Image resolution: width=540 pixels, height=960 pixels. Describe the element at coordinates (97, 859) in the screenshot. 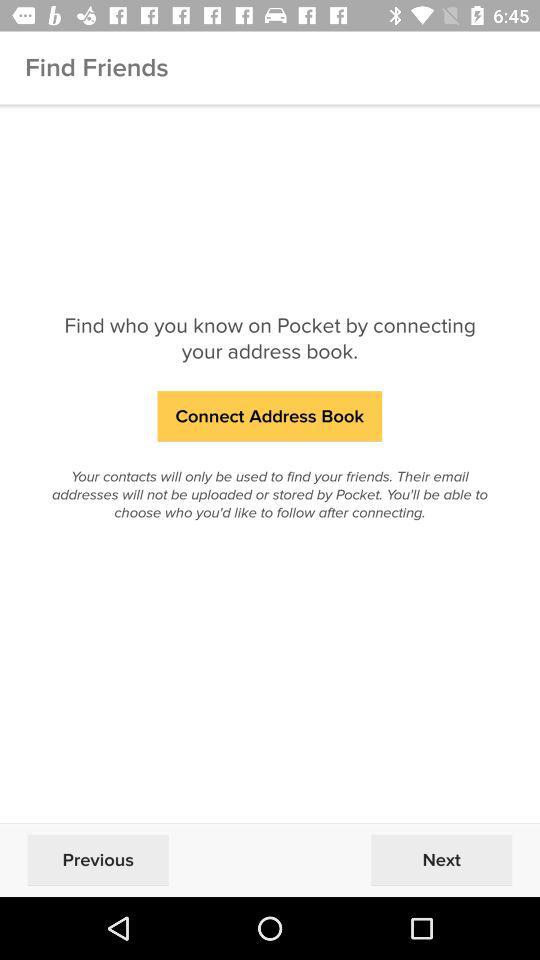

I see `the previous` at that location.